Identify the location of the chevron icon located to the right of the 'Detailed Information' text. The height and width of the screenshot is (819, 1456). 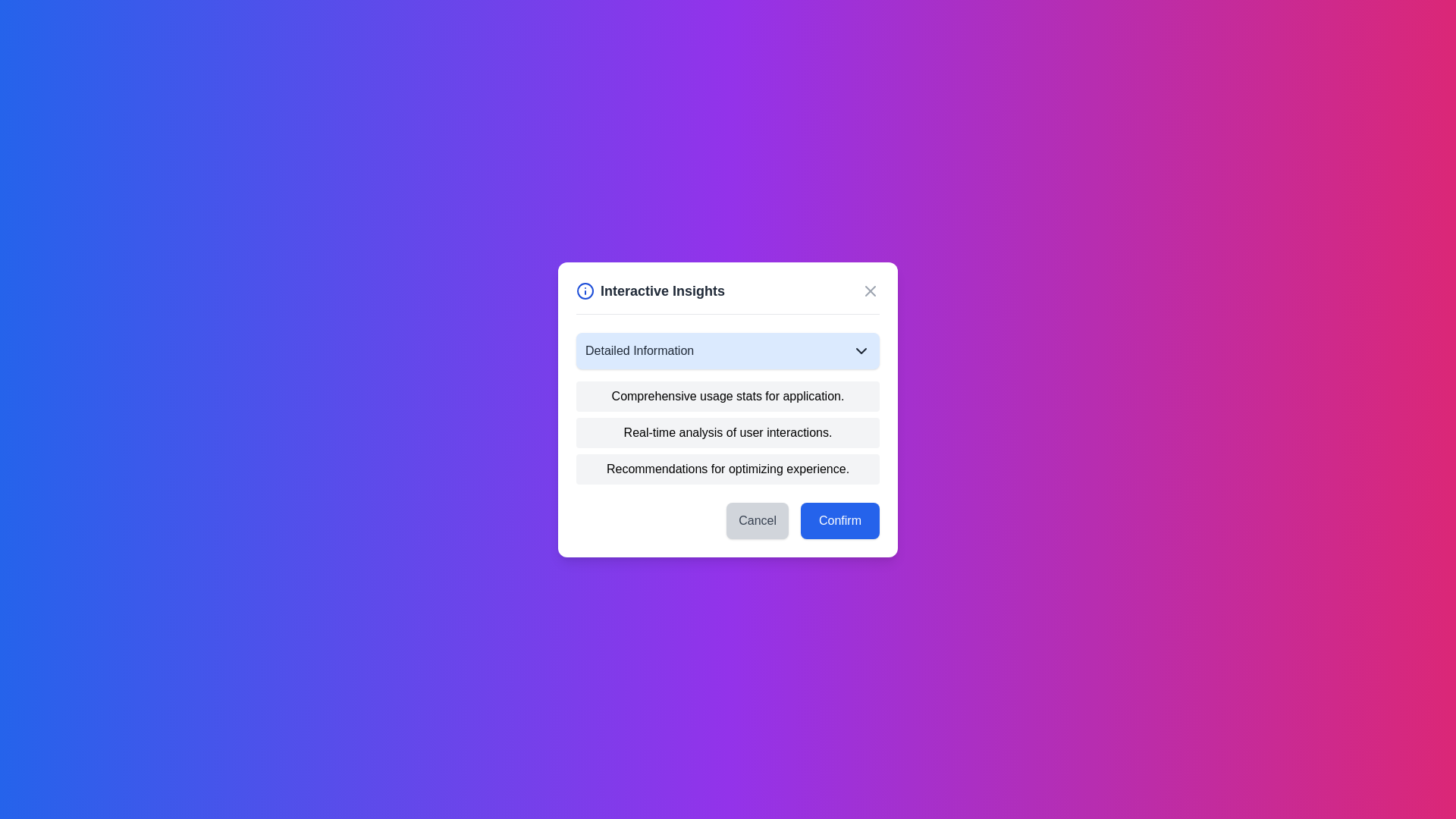
(861, 350).